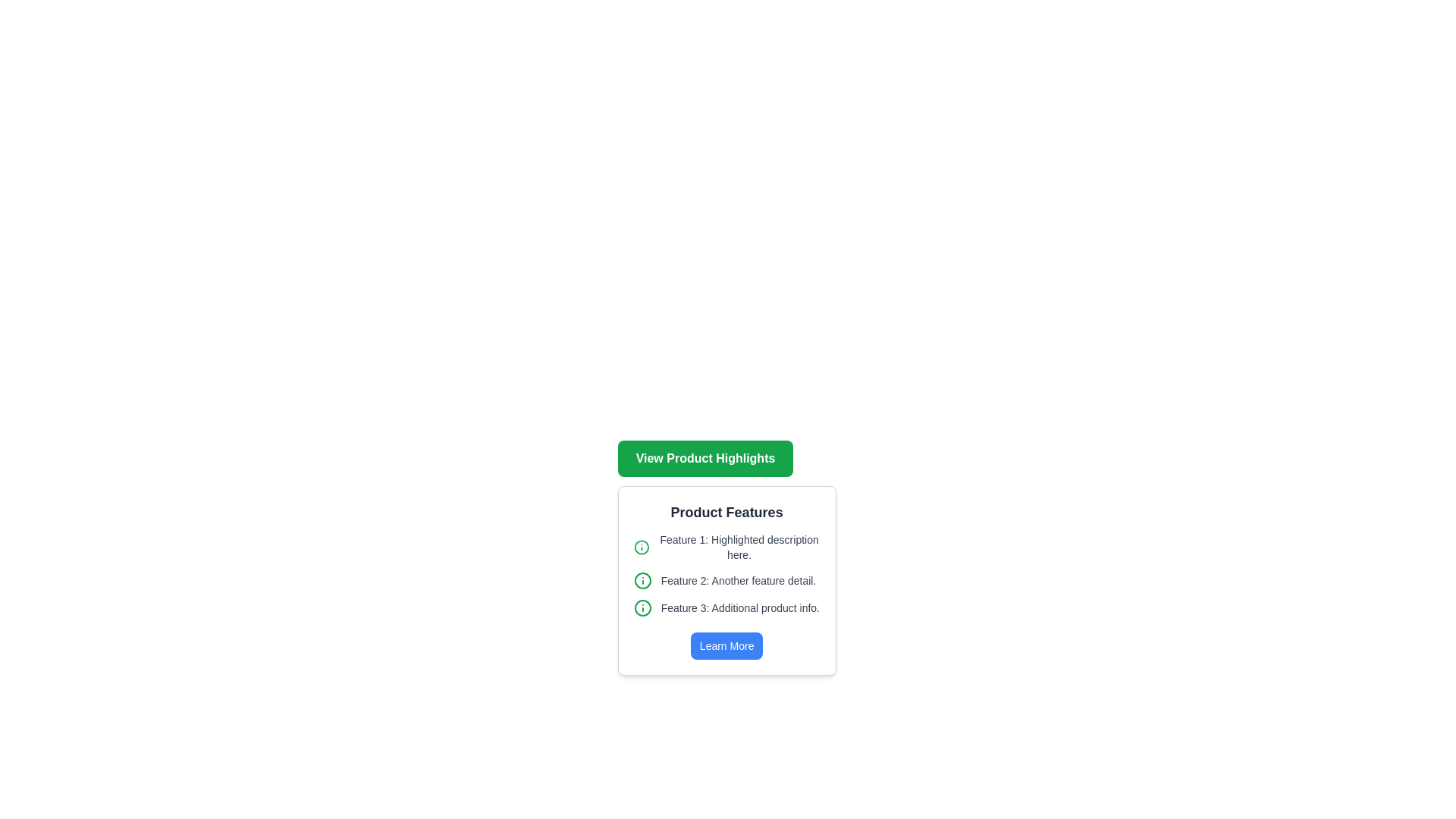 The image size is (1456, 819). I want to click on the static text element that reads 'Feature 3: Additional product info.' styled with a small font size and gray color, which is the third item in a vertical list of features on a white card layout, so click(740, 607).